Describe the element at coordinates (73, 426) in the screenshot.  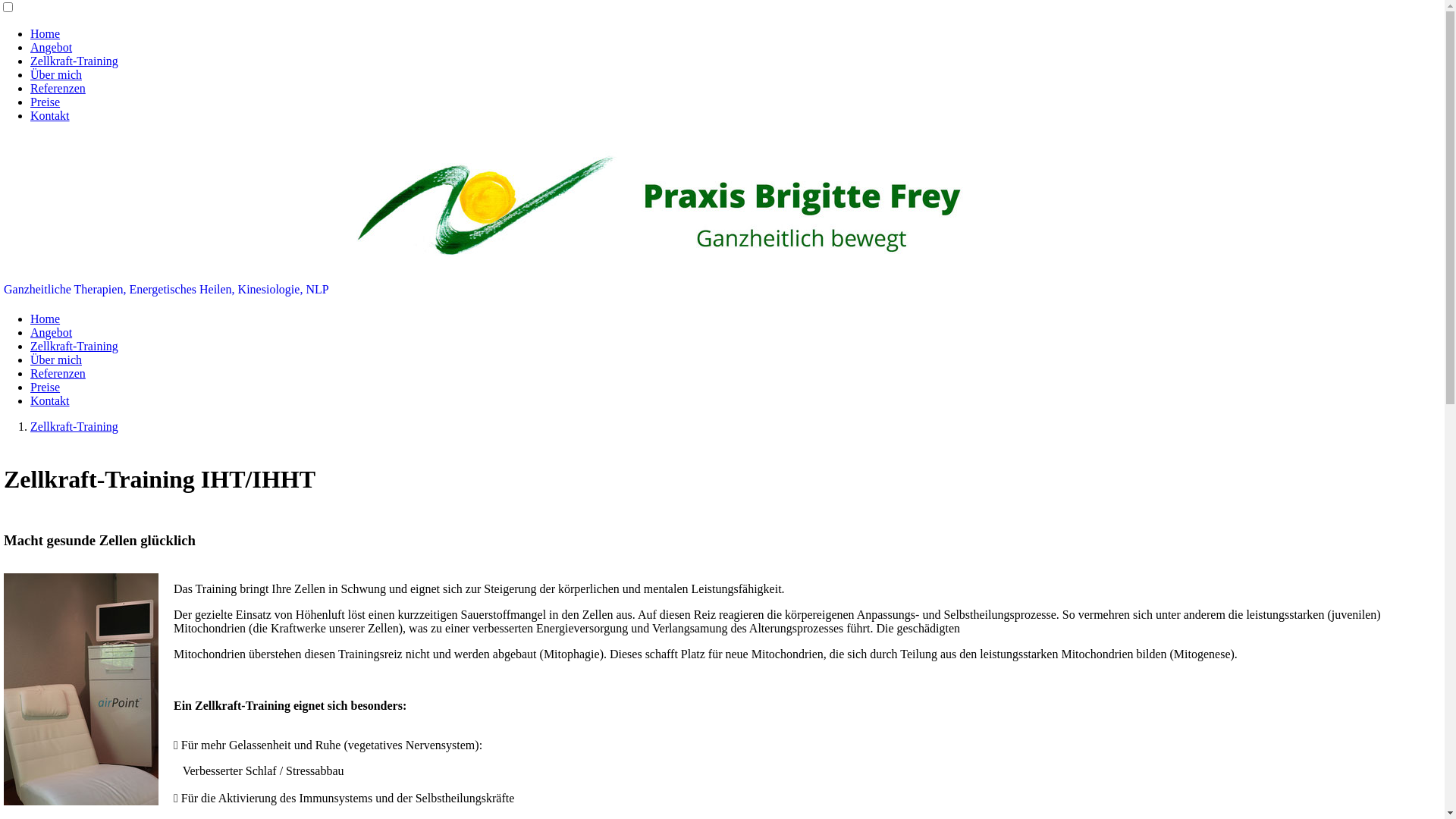
I see `'Zellkraft-Training'` at that location.